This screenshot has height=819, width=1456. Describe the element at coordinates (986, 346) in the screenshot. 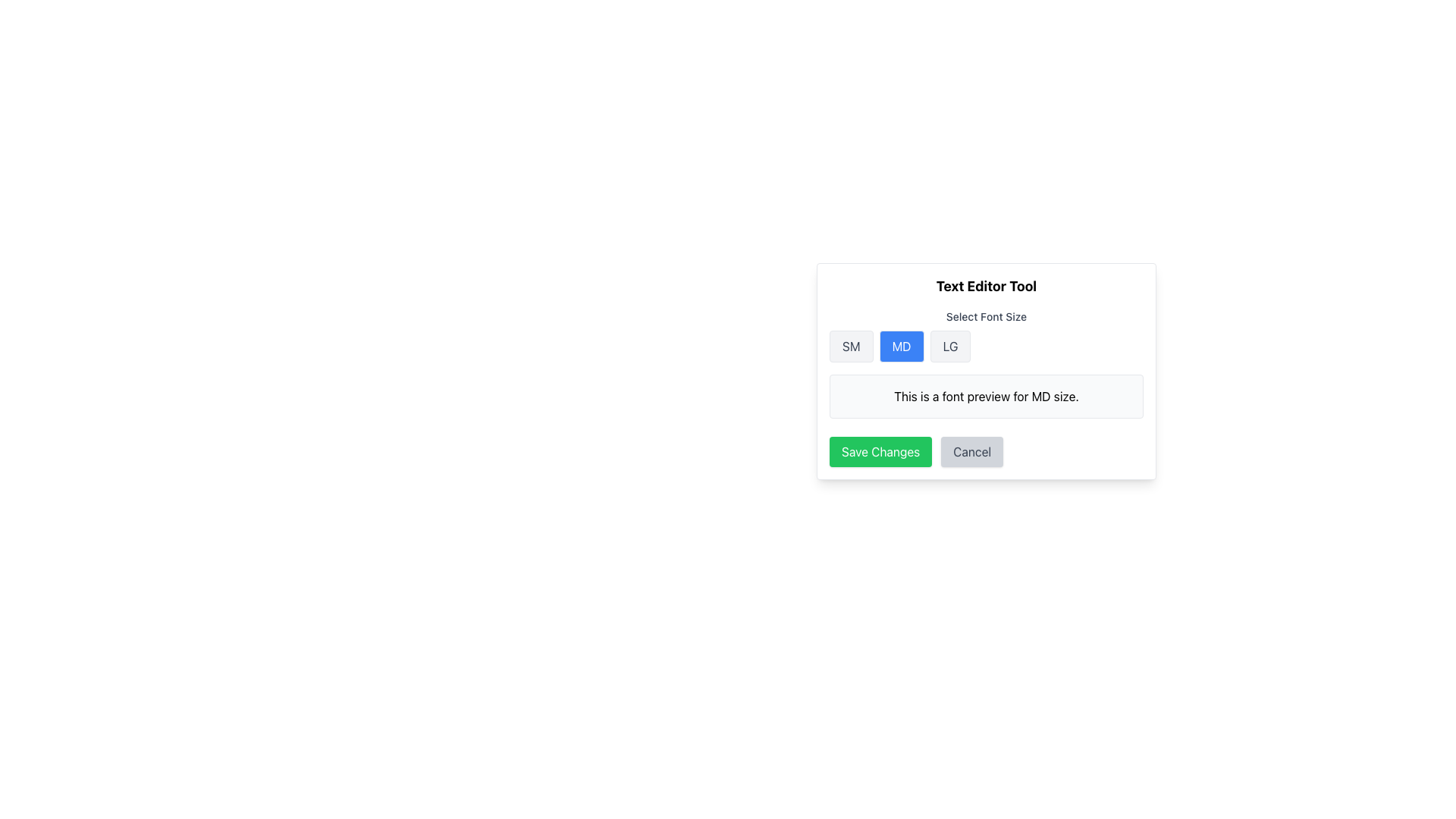

I see `the group of buttons for font size selection ('SM', 'MD', 'LG')` at that location.